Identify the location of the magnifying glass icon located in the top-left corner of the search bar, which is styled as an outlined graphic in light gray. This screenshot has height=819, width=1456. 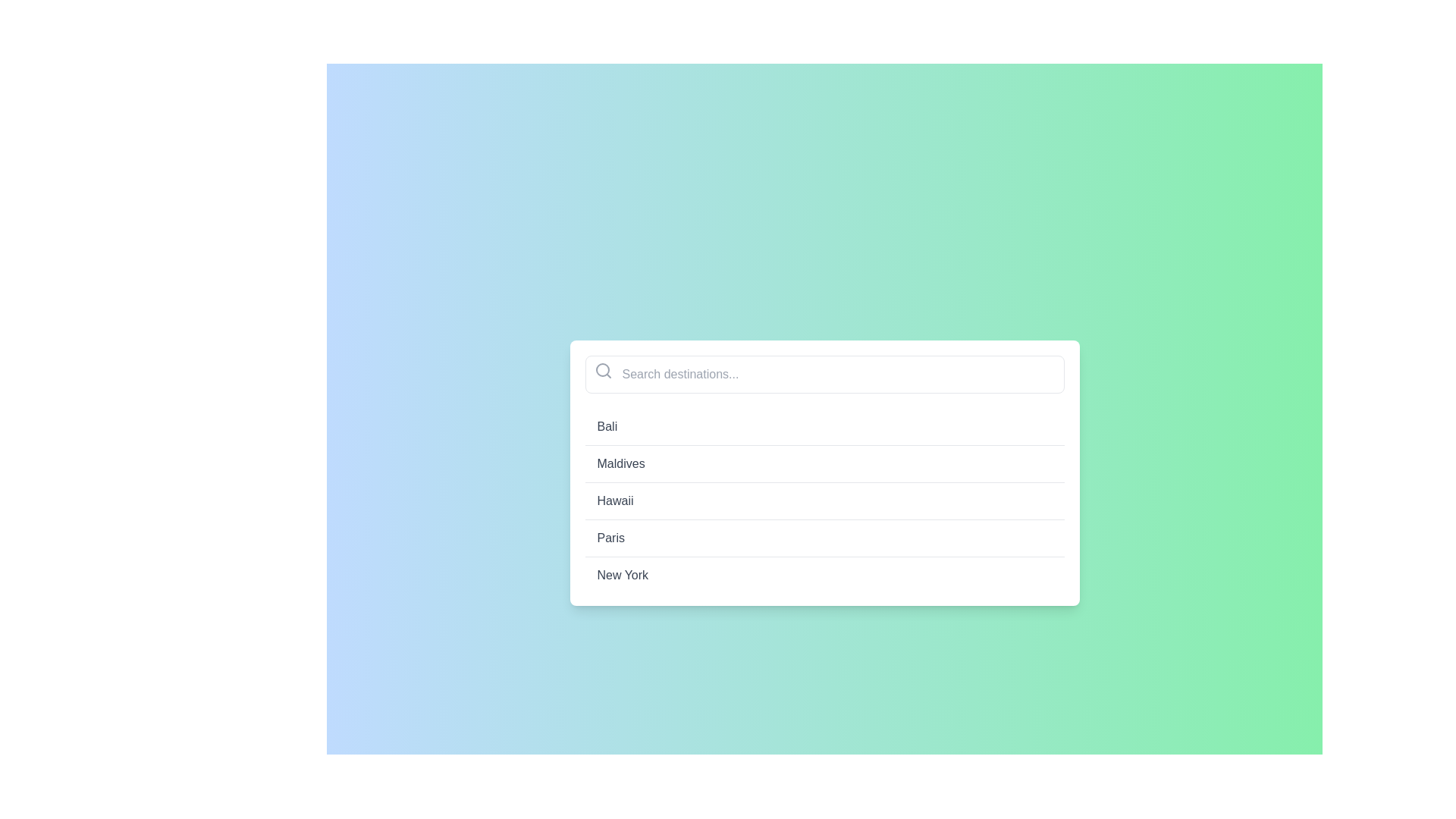
(602, 371).